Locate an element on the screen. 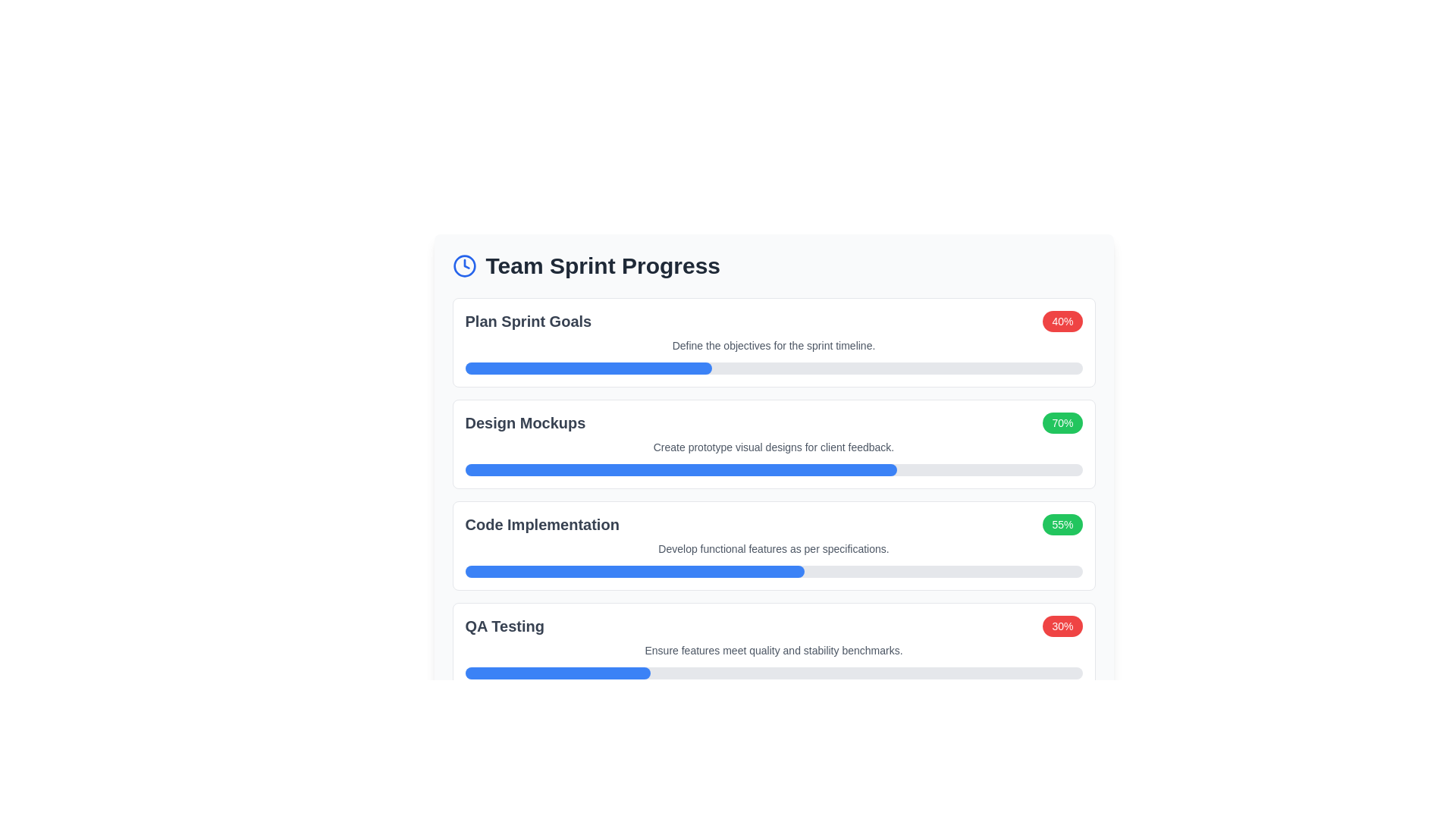 This screenshot has width=1456, height=819. the progress percentage label indicating completion for the 'Code Implementation' task, located at the far-right end of its row is located at coordinates (1062, 523).